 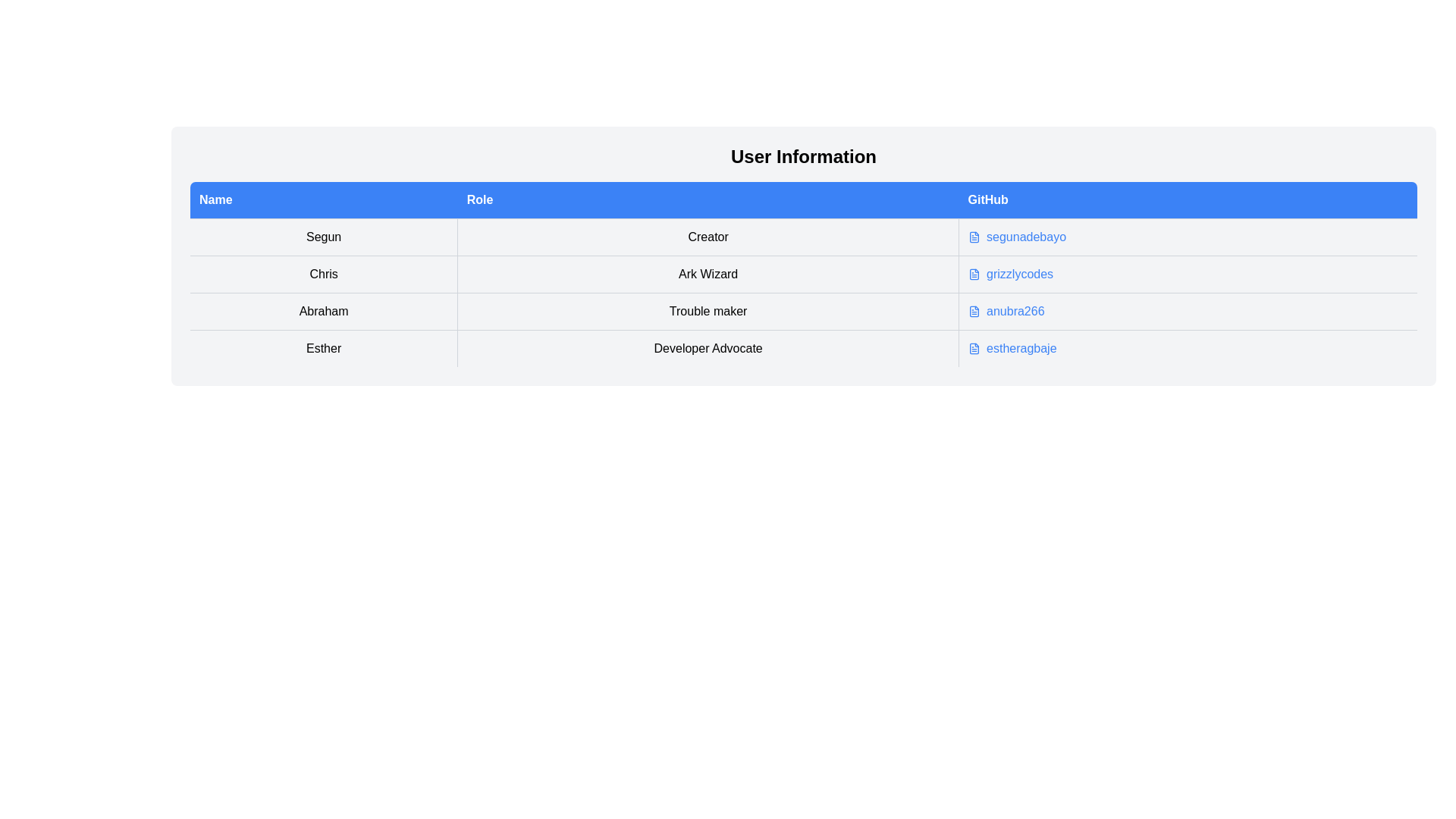 What do you see at coordinates (974, 311) in the screenshot?
I see `the SVG icon resembling a document or file, which is located adjacent to the text 'anubra266' in the GitHub column of the user table` at bounding box center [974, 311].